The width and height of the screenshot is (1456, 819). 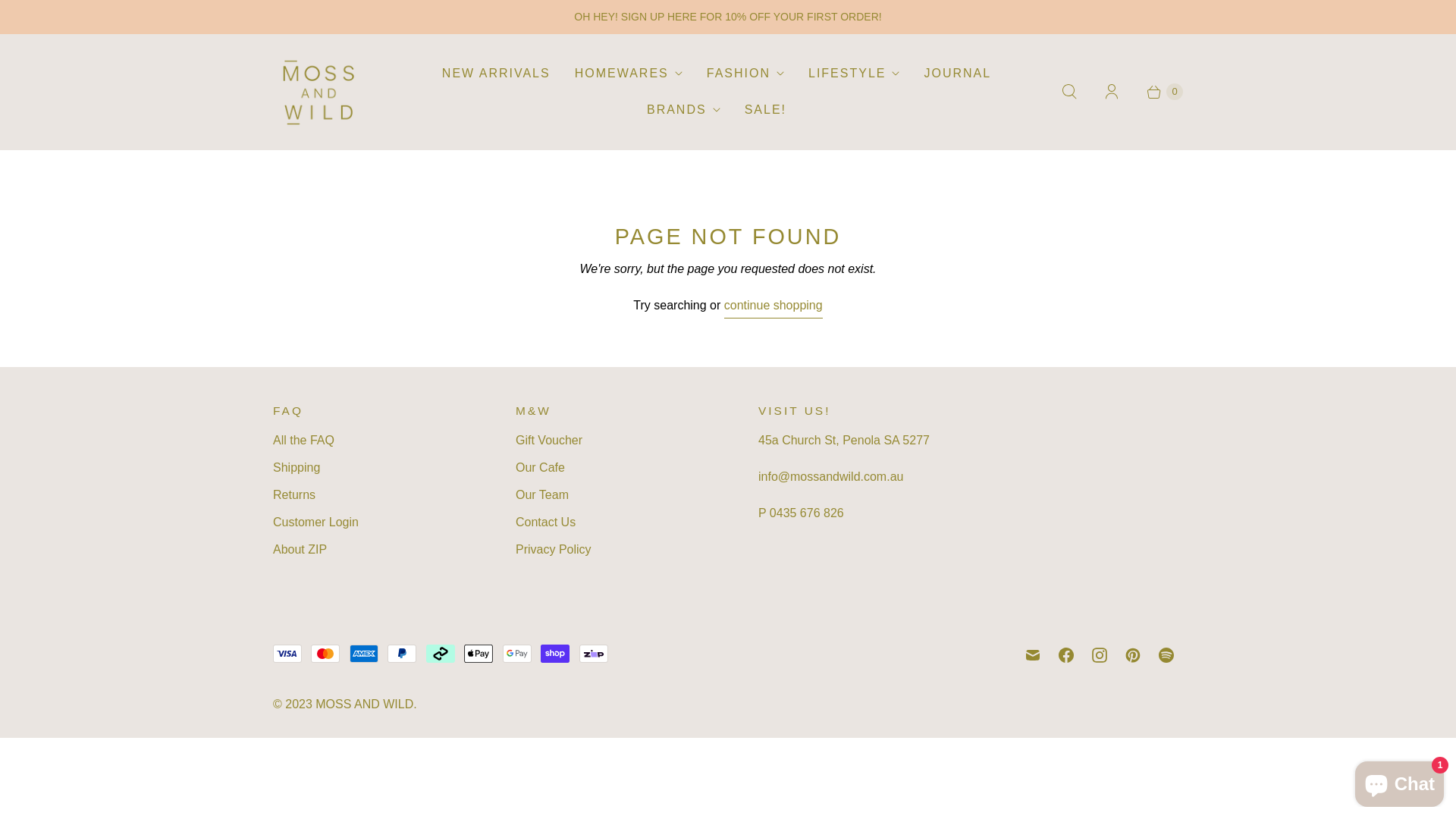 What do you see at coordinates (732, 109) in the screenshot?
I see `'SALE!'` at bounding box center [732, 109].